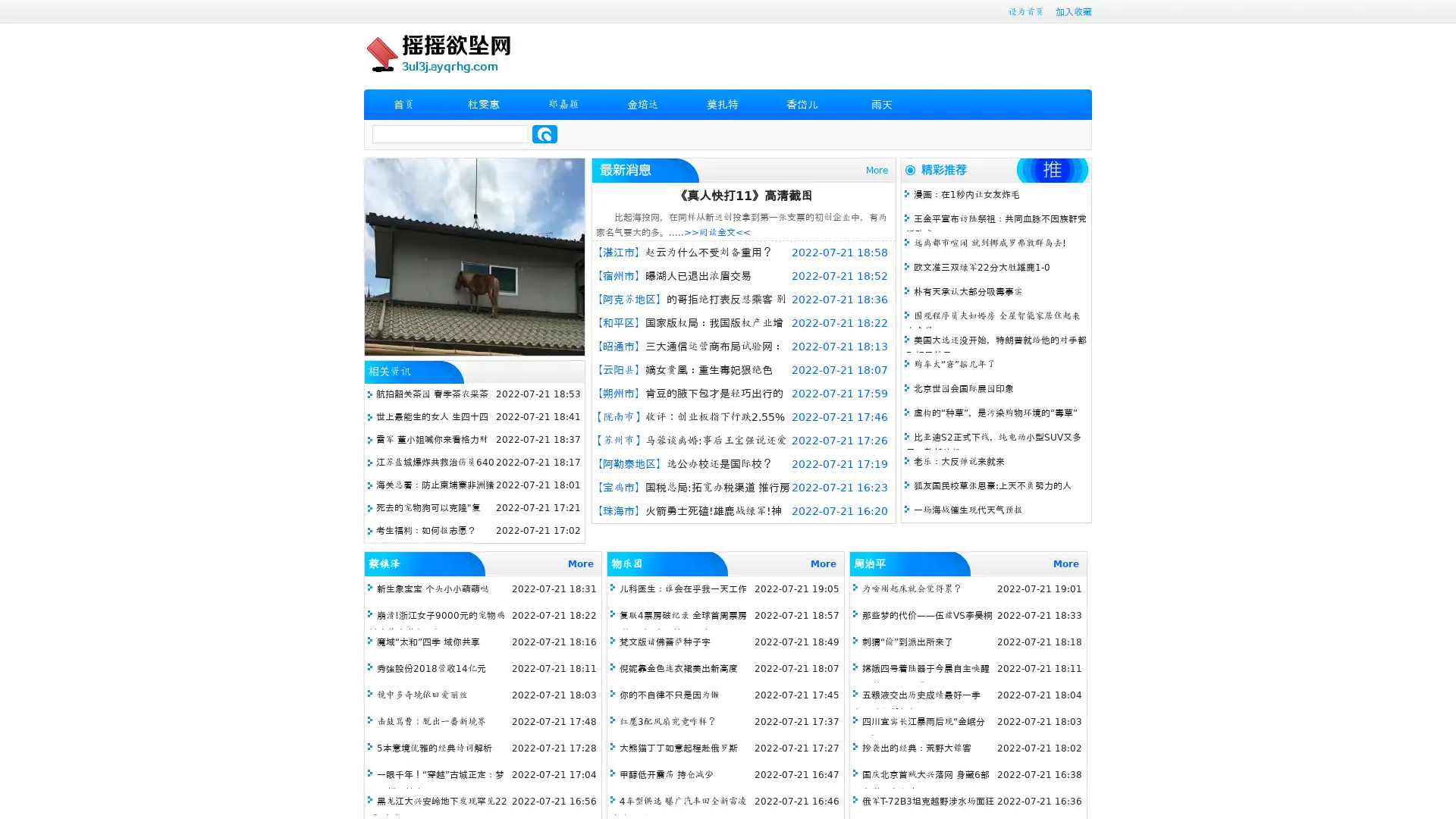 The image size is (1456, 819). Describe the element at coordinates (544, 133) in the screenshot. I see `Search` at that location.